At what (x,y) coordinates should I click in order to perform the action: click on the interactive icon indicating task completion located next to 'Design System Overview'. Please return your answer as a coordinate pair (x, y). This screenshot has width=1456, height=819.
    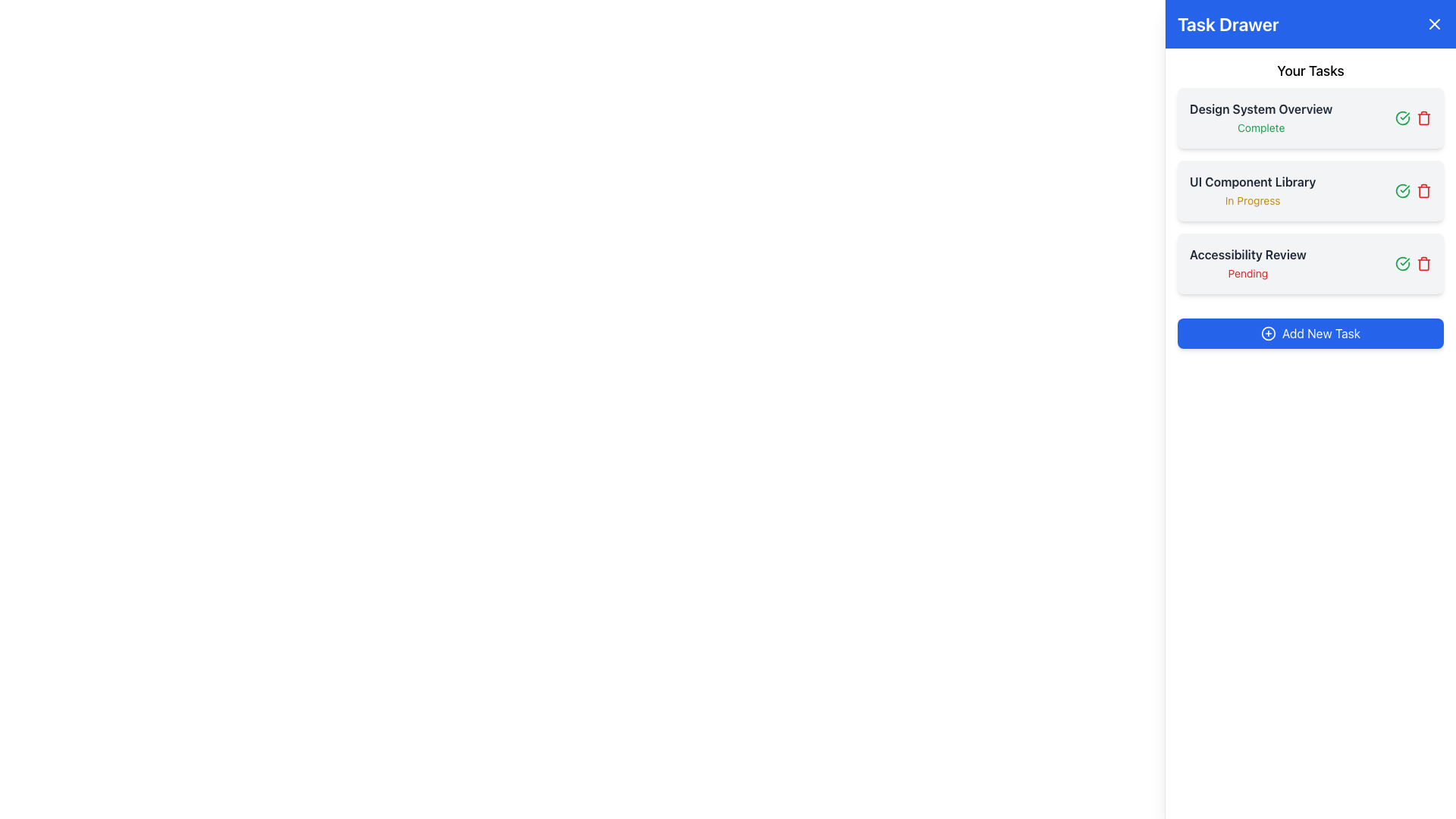
    Looking at the image, I should click on (1401, 190).